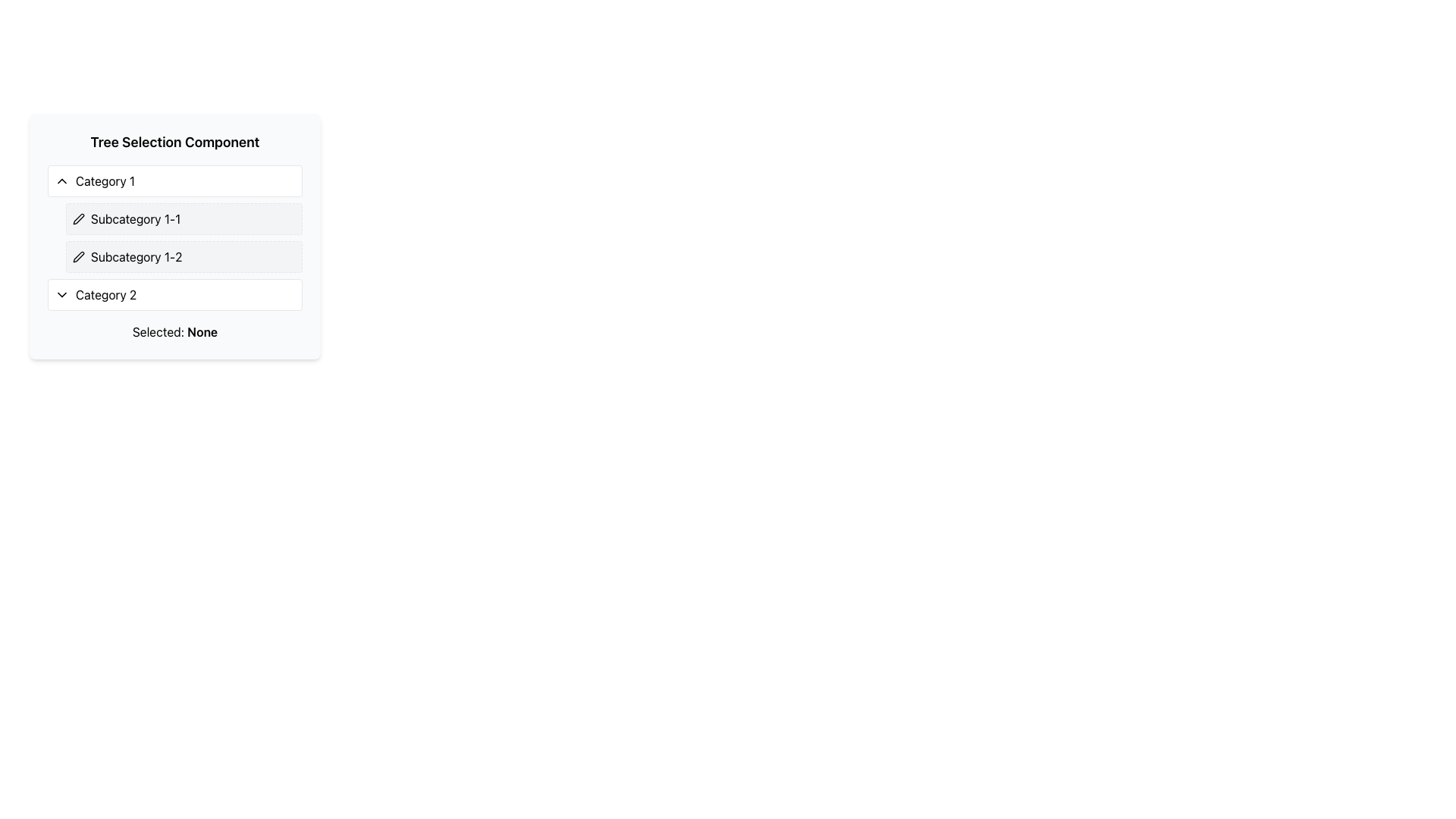 The image size is (1456, 819). What do you see at coordinates (184, 219) in the screenshot?
I see `the subcategory item labeled 'Subcategory 1-1' which is the first item under 'Category 1'` at bounding box center [184, 219].